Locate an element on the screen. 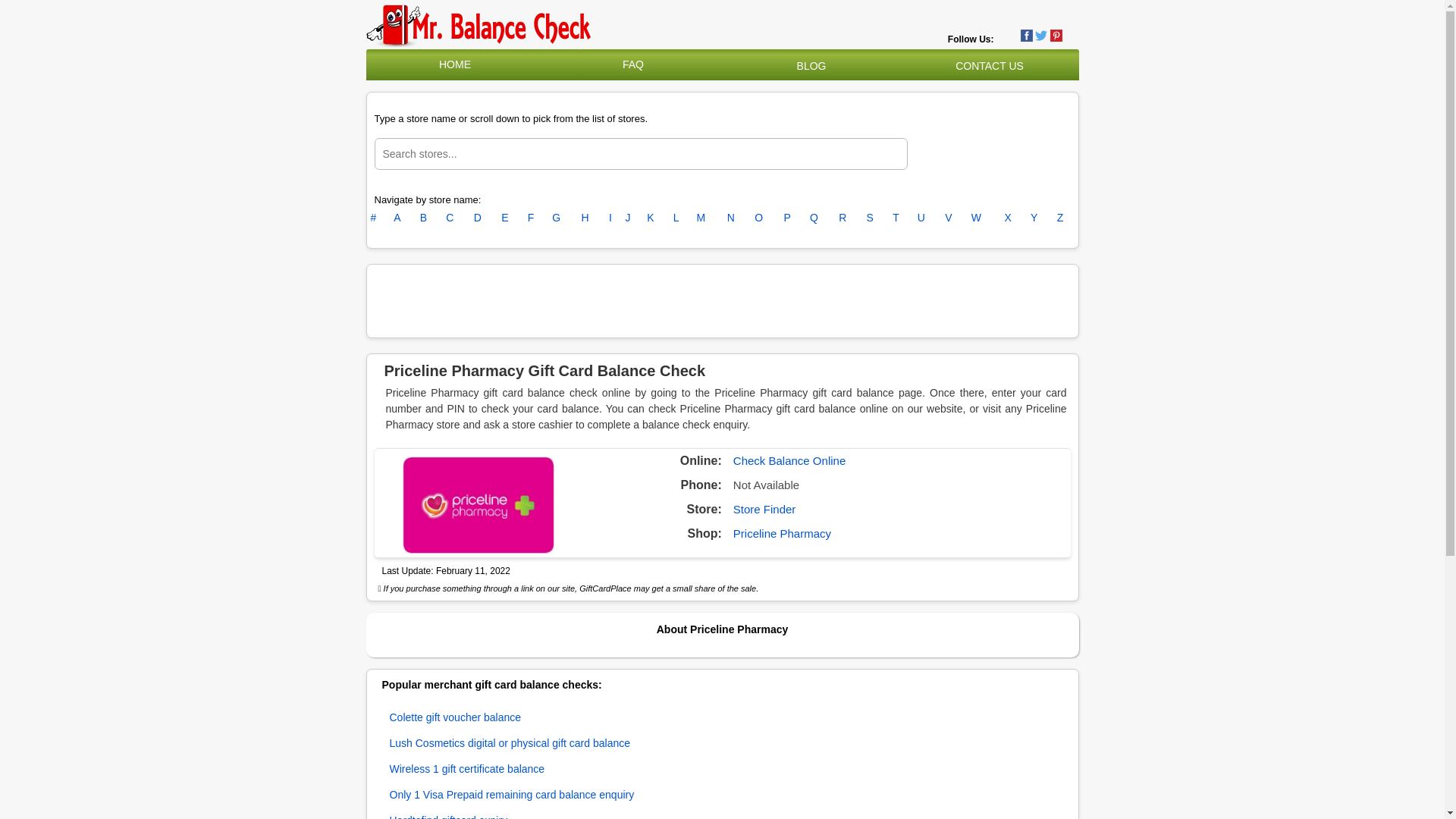  'T' is located at coordinates (896, 217).